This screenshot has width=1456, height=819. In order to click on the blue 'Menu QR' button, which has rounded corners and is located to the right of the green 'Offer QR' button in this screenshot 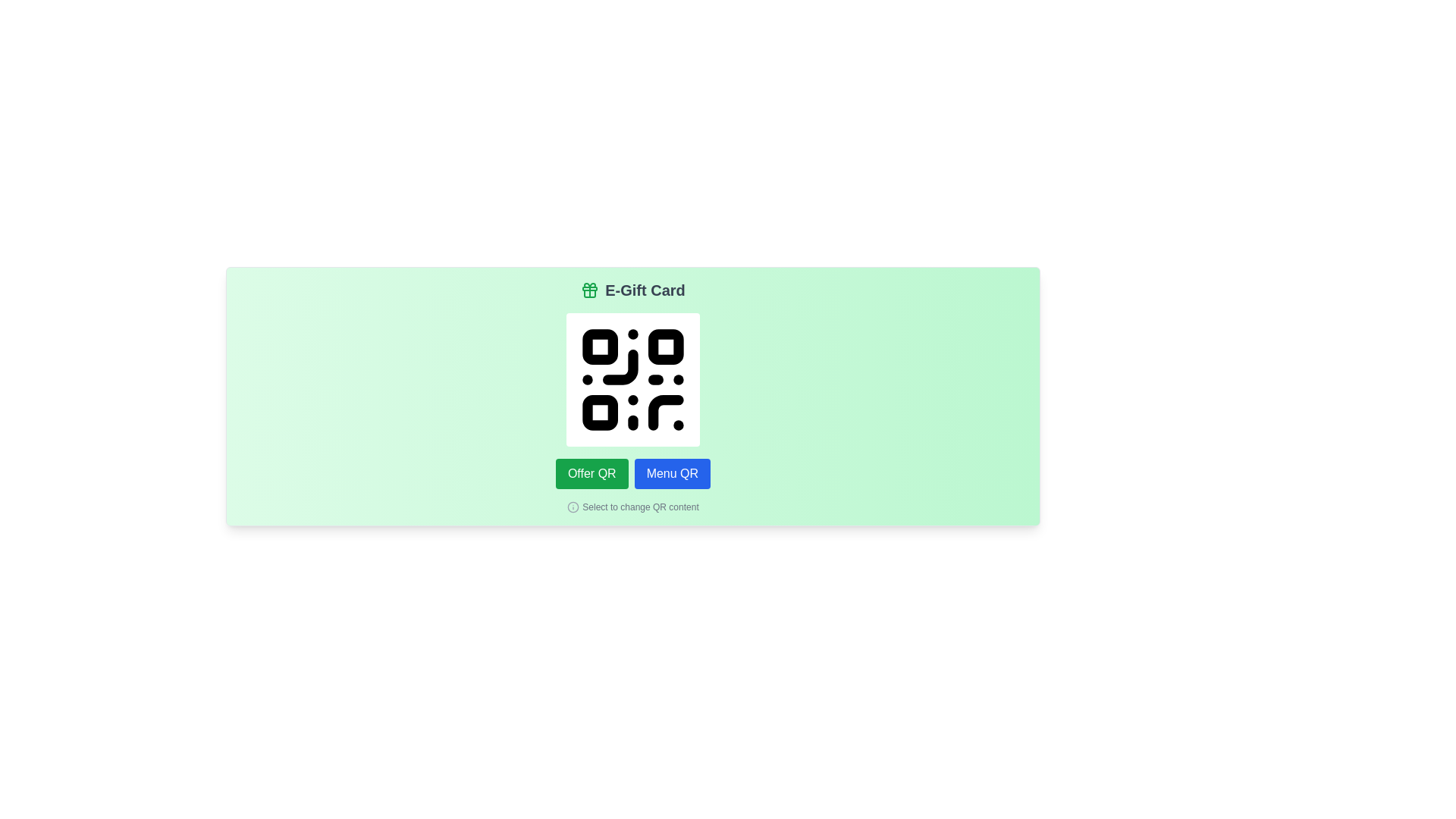, I will do `click(671, 472)`.